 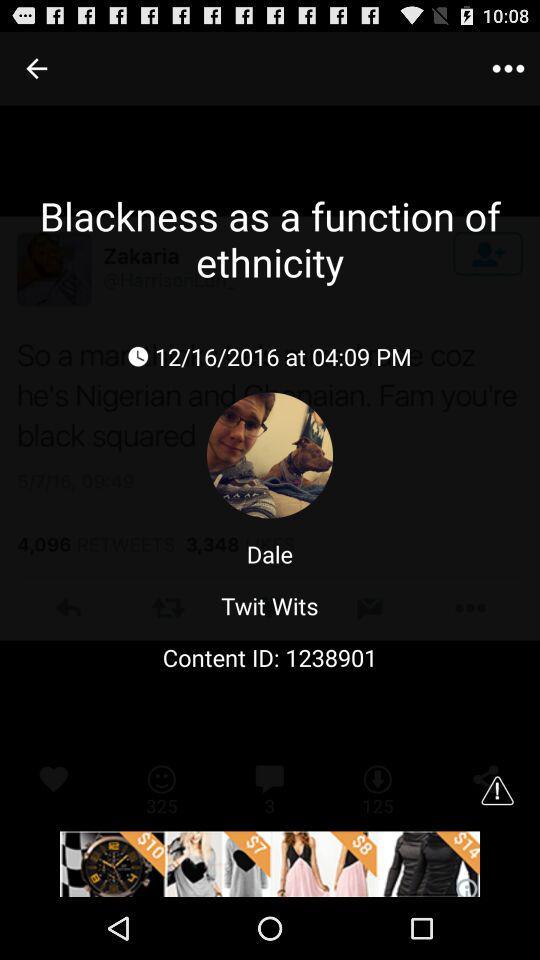 I want to click on warning icon, so click(x=496, y=790).